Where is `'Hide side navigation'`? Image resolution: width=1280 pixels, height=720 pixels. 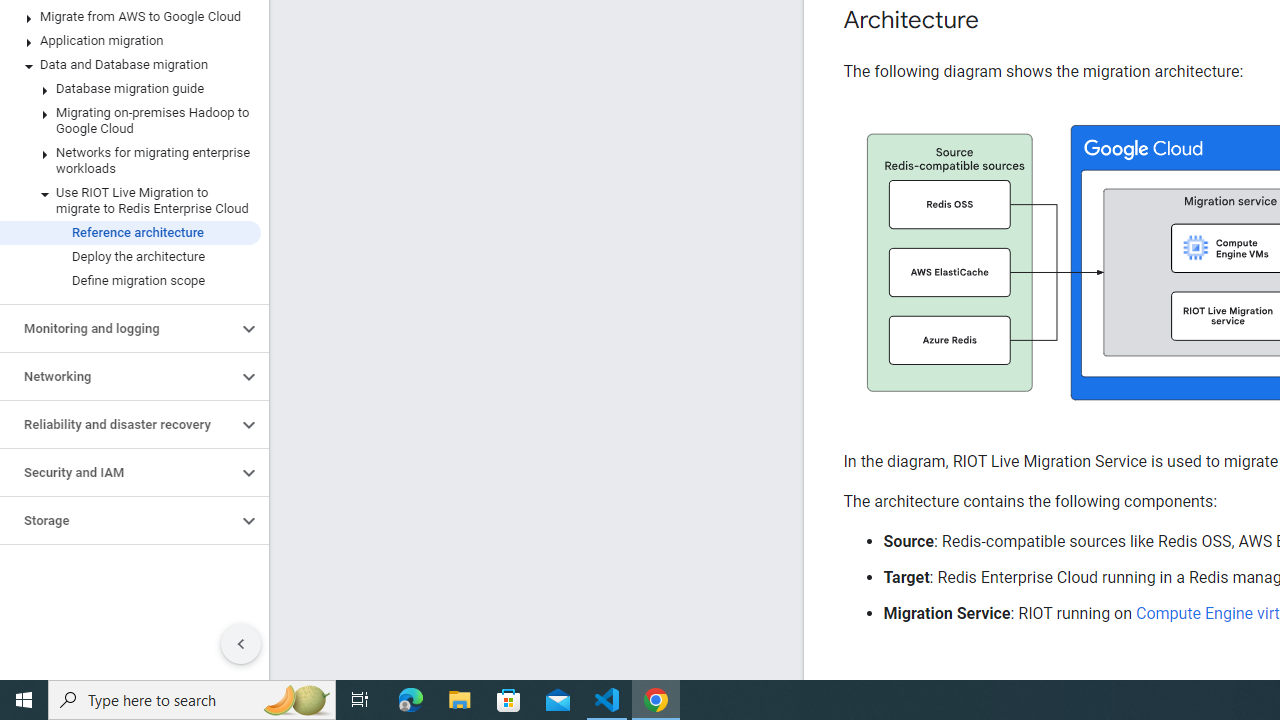 'Hide side navigation' is located at coordinates (240, 644).